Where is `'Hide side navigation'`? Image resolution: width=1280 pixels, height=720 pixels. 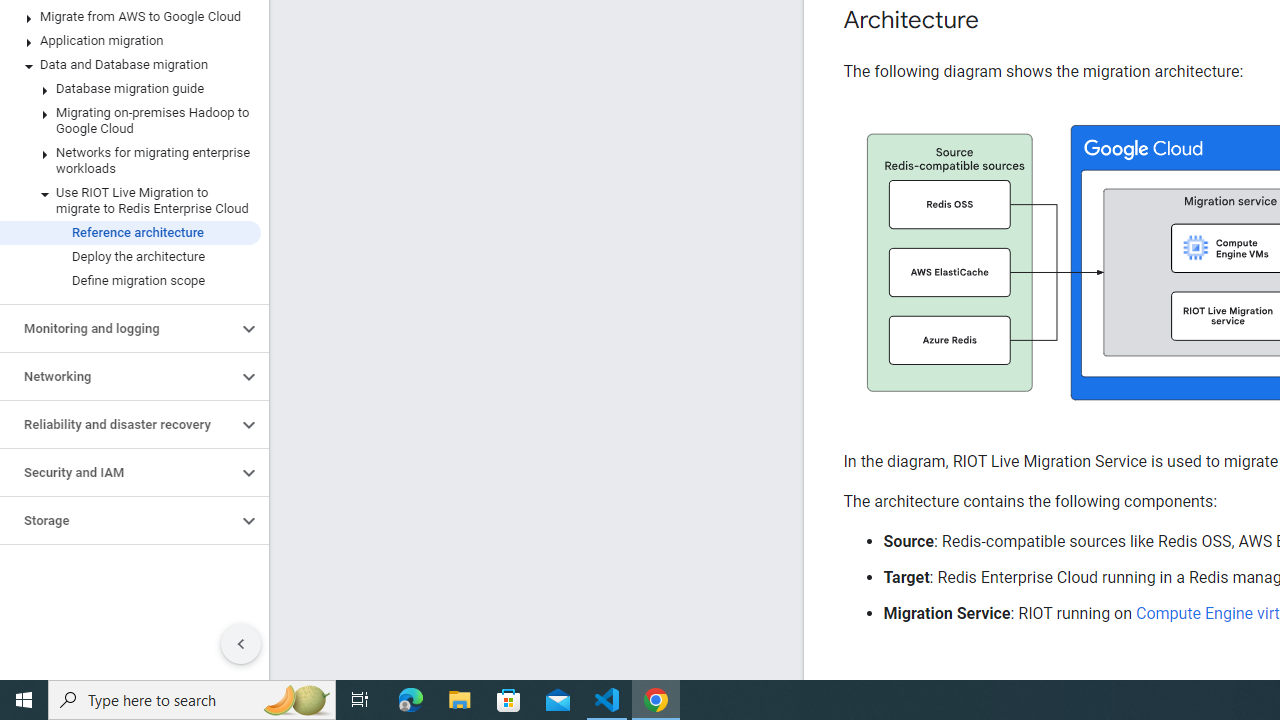 'Hide side navigation' is located at coordinates (240, 644).